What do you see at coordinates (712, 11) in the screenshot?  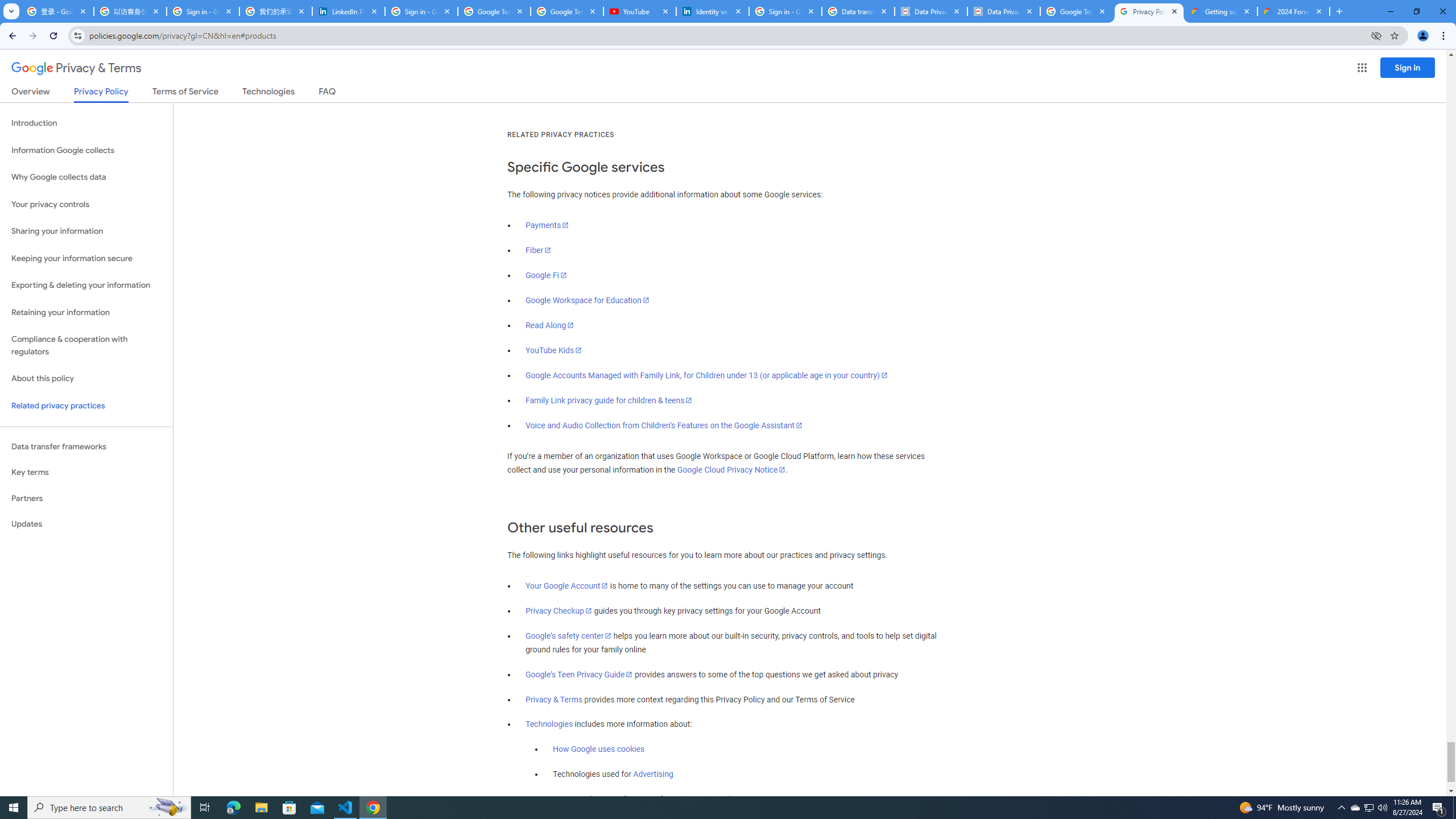 I see `'Identity verification via Persona | LinkedIn Help'` at bounding box center [712, 11].